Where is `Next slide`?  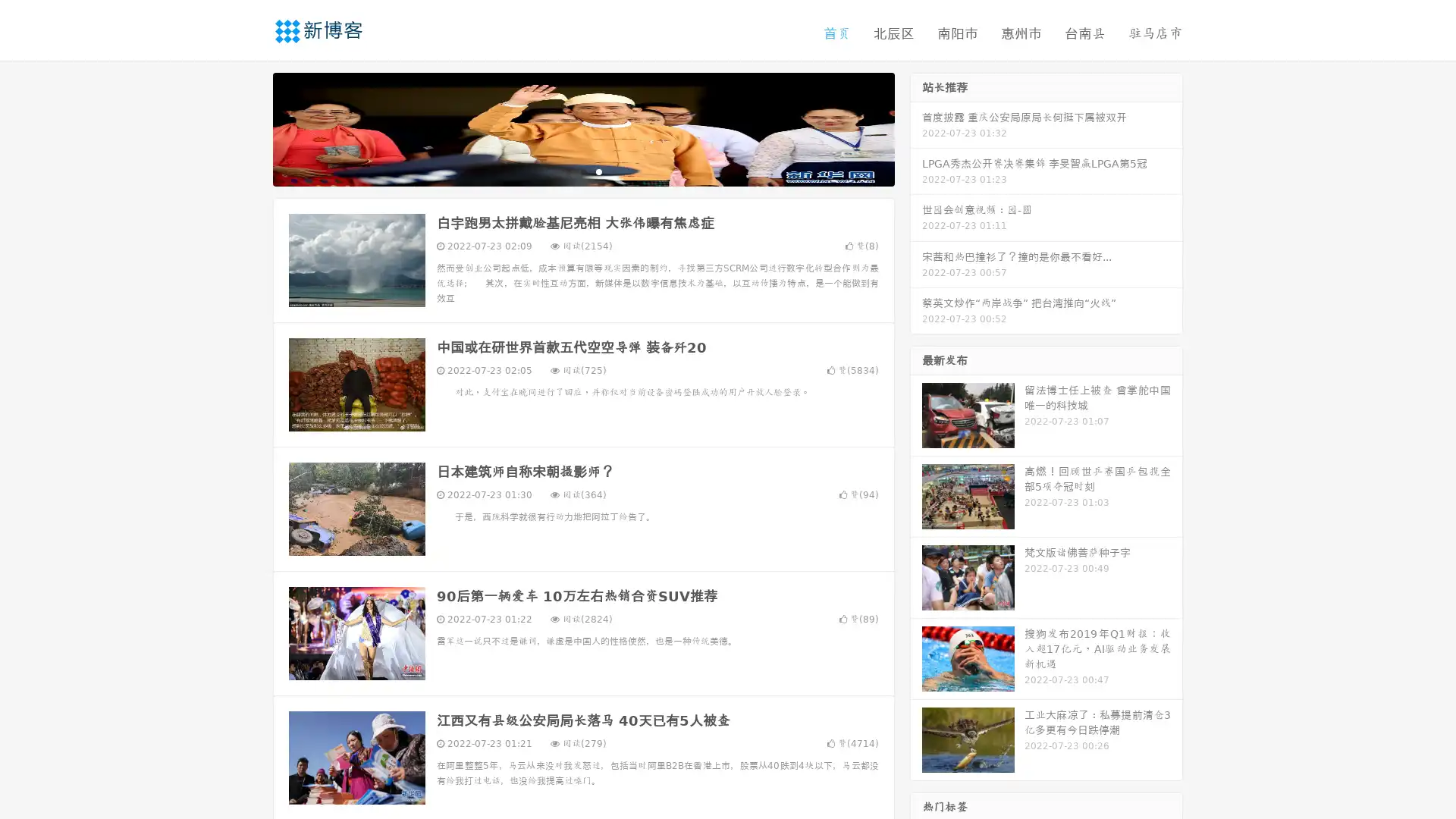
Next slide is located at coordinates (916, 127).